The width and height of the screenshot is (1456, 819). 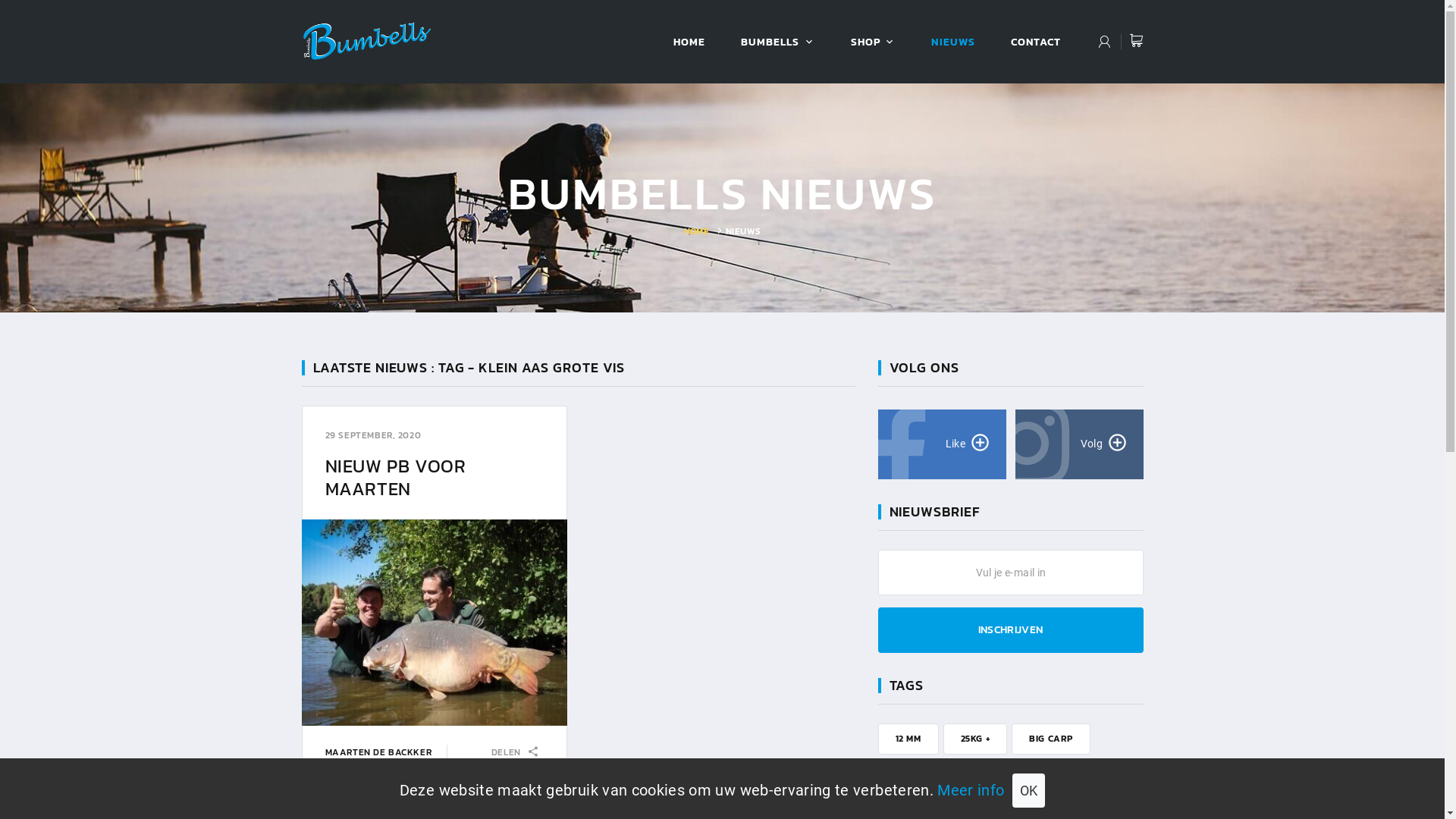 What do you see at coordinates (1011, 629) in the screenshot?
I see `'INSCHRIJVEN'` at bounding box center [1011, 629].